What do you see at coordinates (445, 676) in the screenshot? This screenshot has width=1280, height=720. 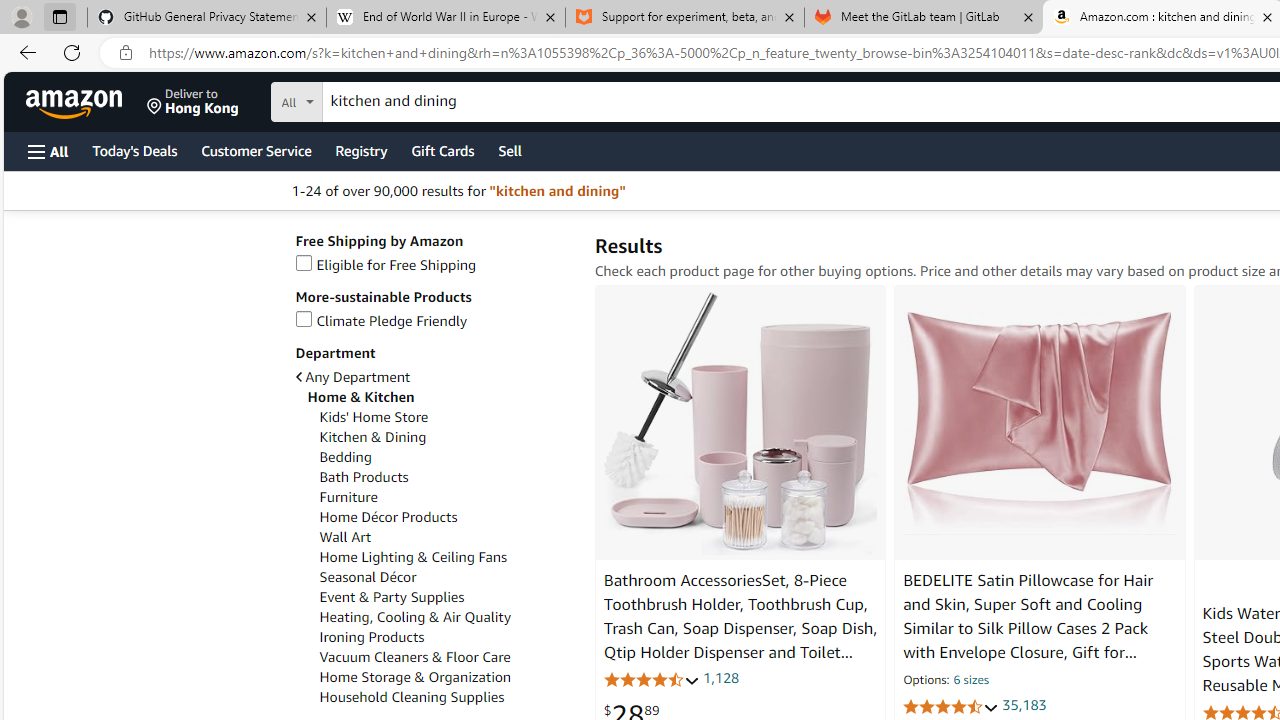 I see `'Home Storage & Organization'` at bounding box center [445, 676].